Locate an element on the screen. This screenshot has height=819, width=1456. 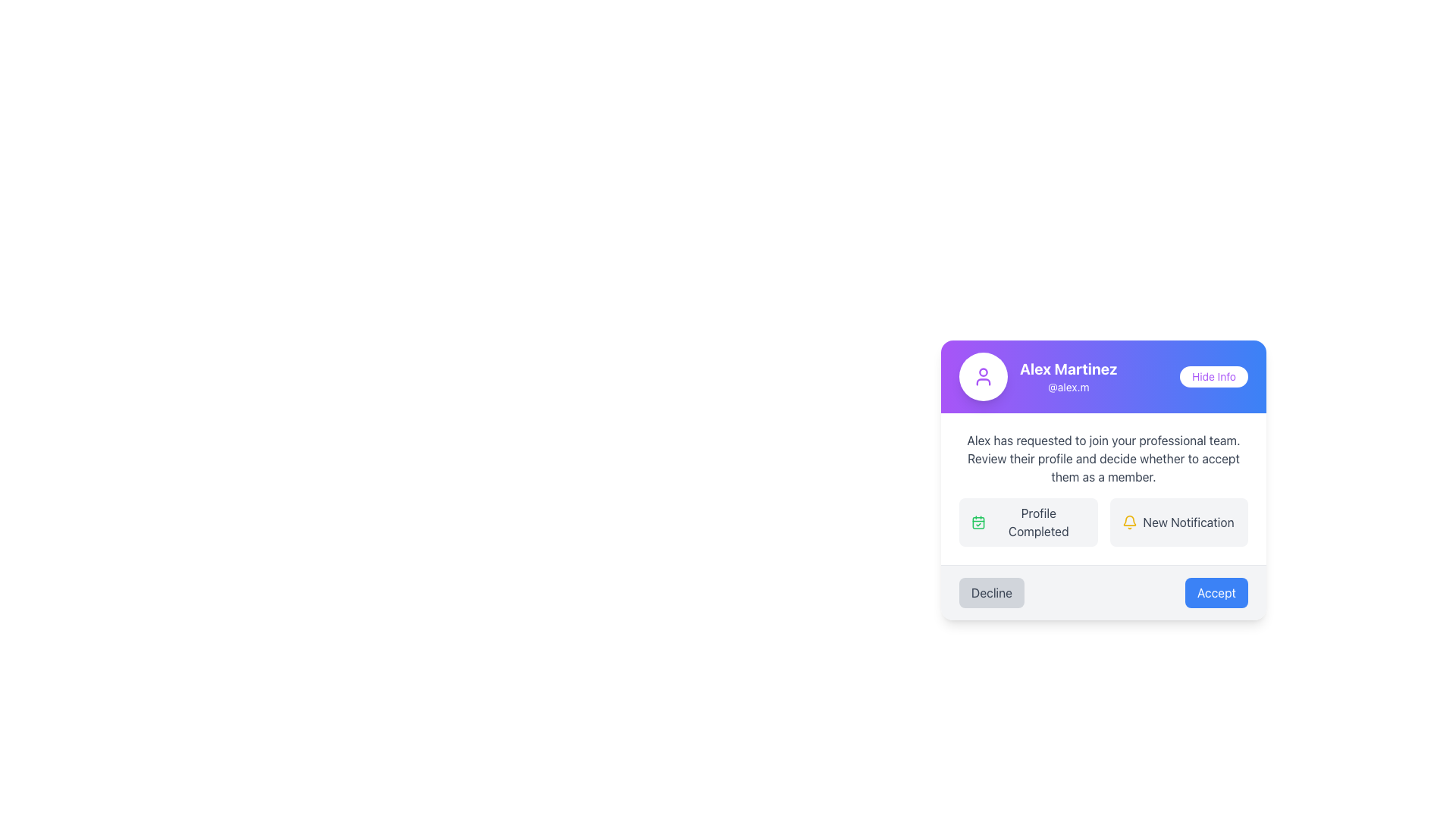
the 'Hide Info' button located at the top-right corner of the user information card is located at coordinates (1214, 376).